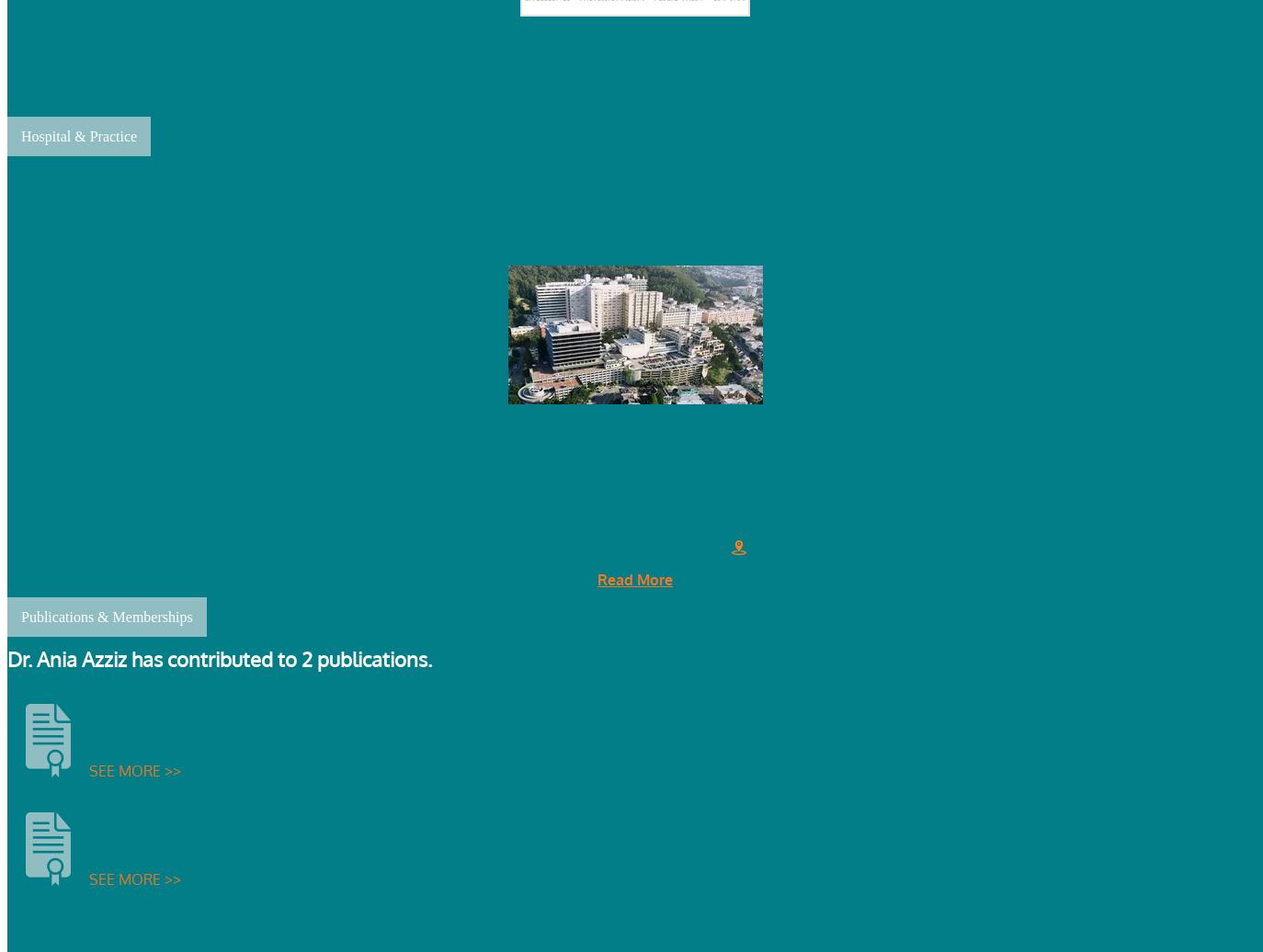 This screenshot has width=1263, height=952. Describe the element at coordinates (78, 135) in the screenshot. I see `'Hospital & Practice'` at that location.